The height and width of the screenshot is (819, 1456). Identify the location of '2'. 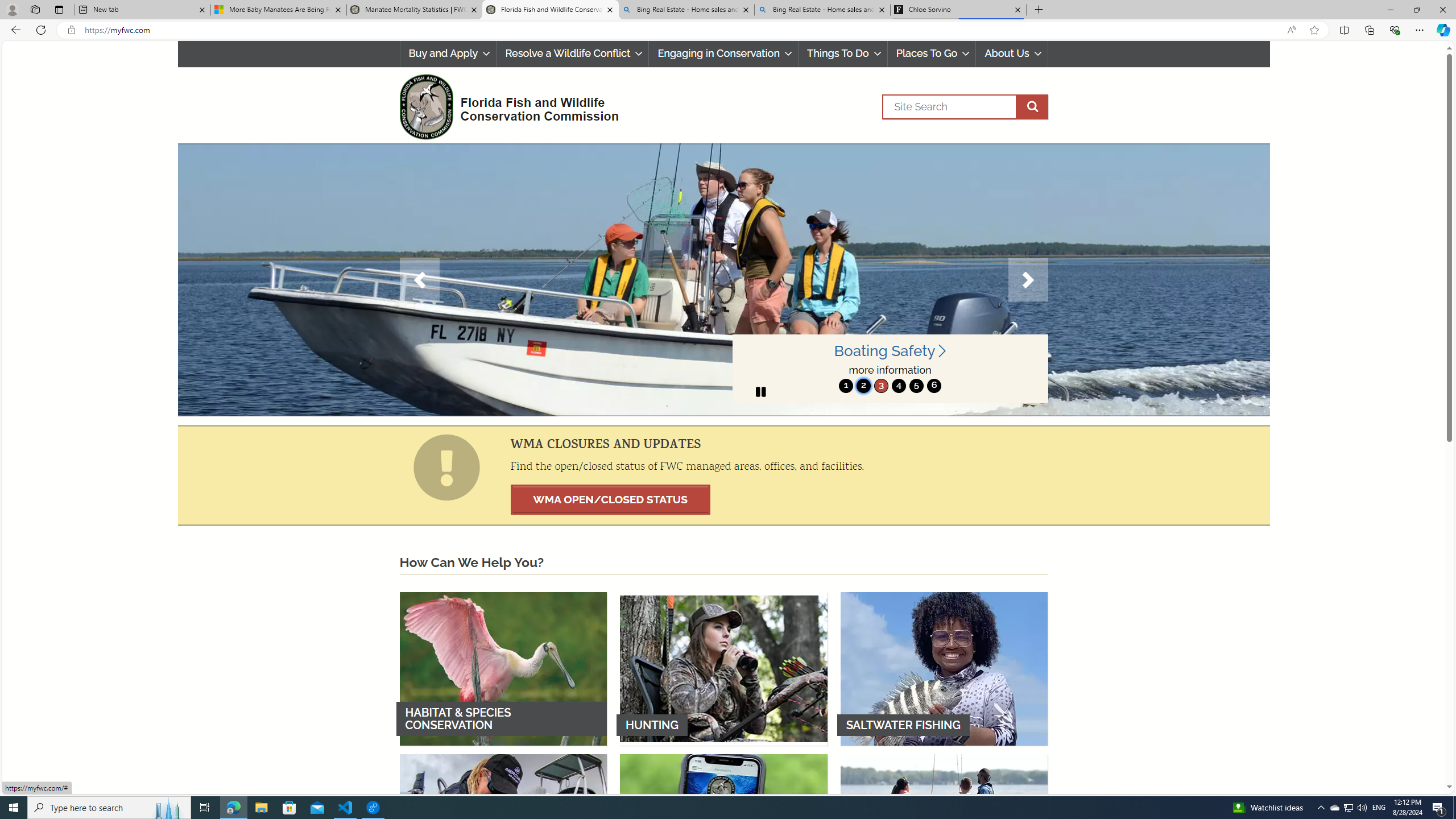
(863, 385).